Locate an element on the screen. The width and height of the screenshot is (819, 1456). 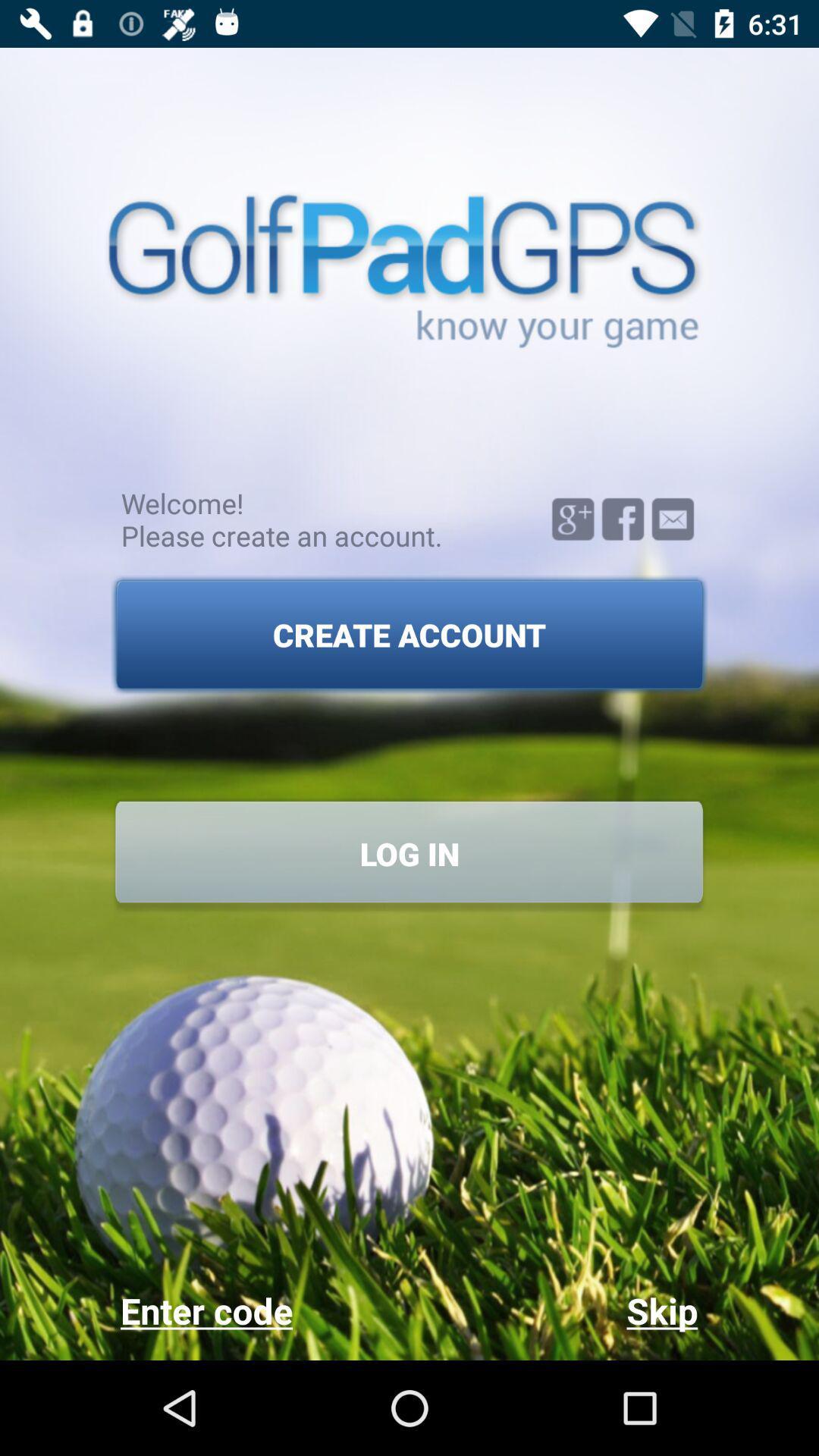
the item to the left of the skip item is located at coordinates (264, 1310).